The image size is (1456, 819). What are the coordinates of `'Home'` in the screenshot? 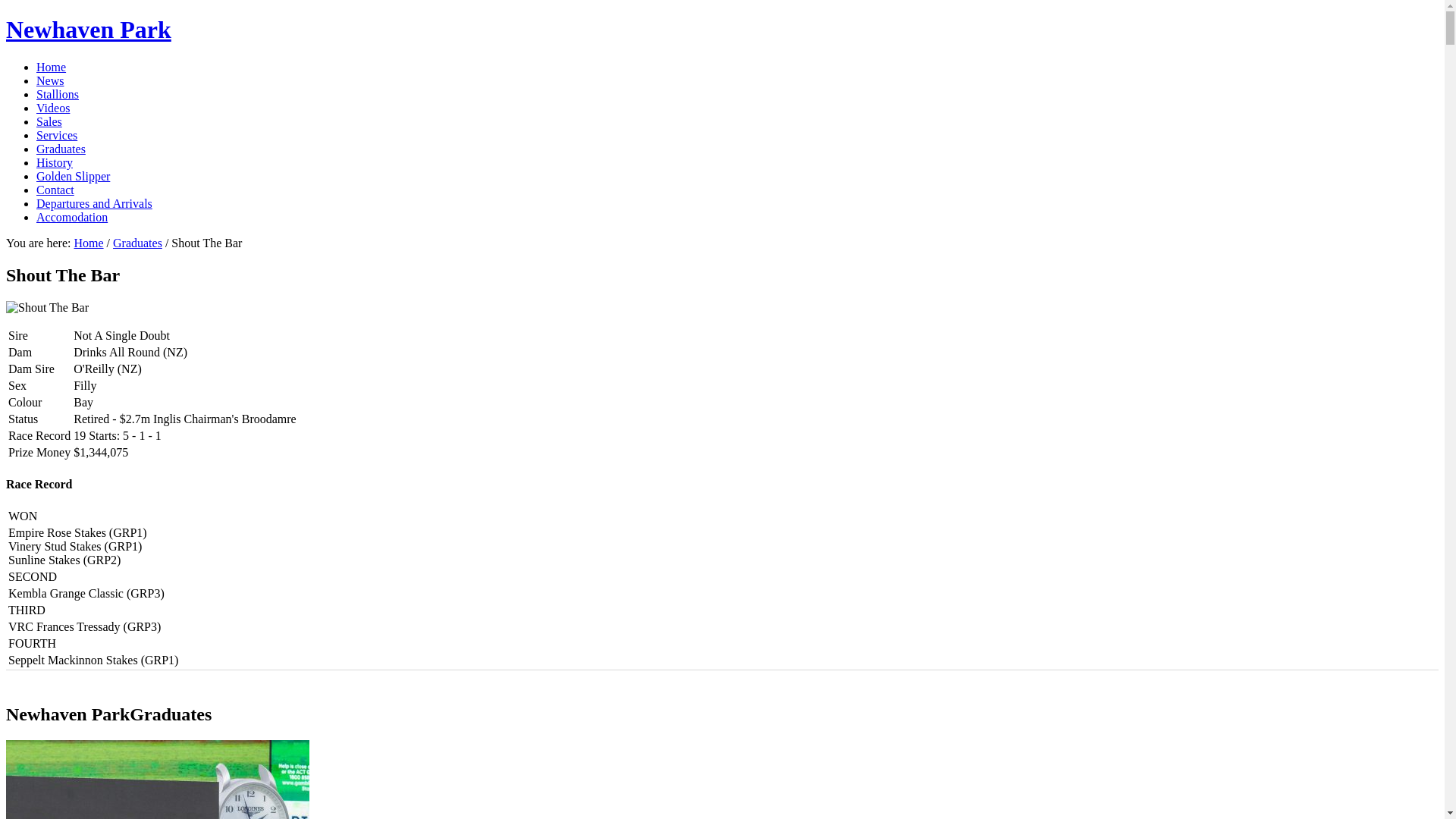 It's located at (36, 66).